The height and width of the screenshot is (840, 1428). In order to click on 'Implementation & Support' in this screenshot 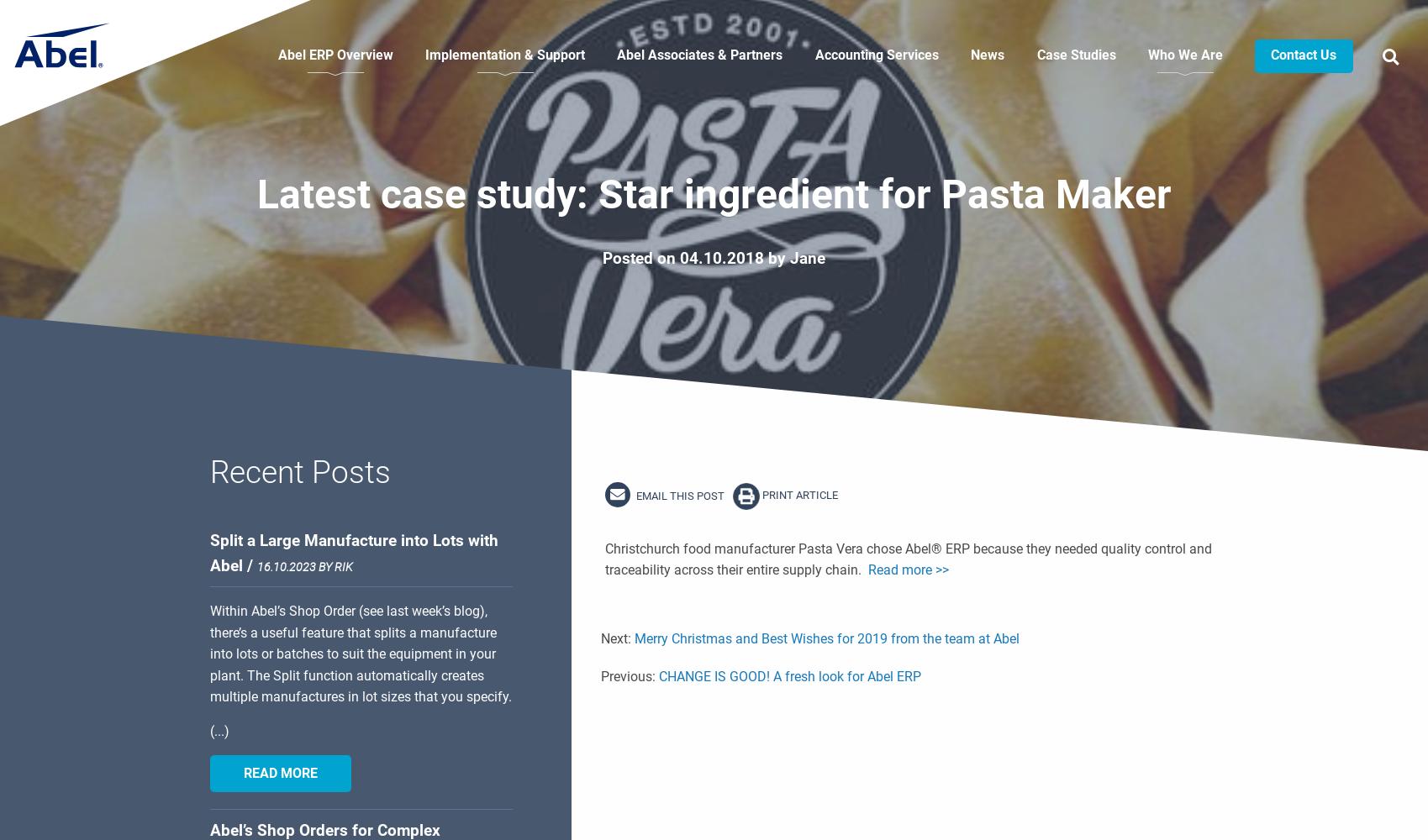, I will do `click(504, 54)`.